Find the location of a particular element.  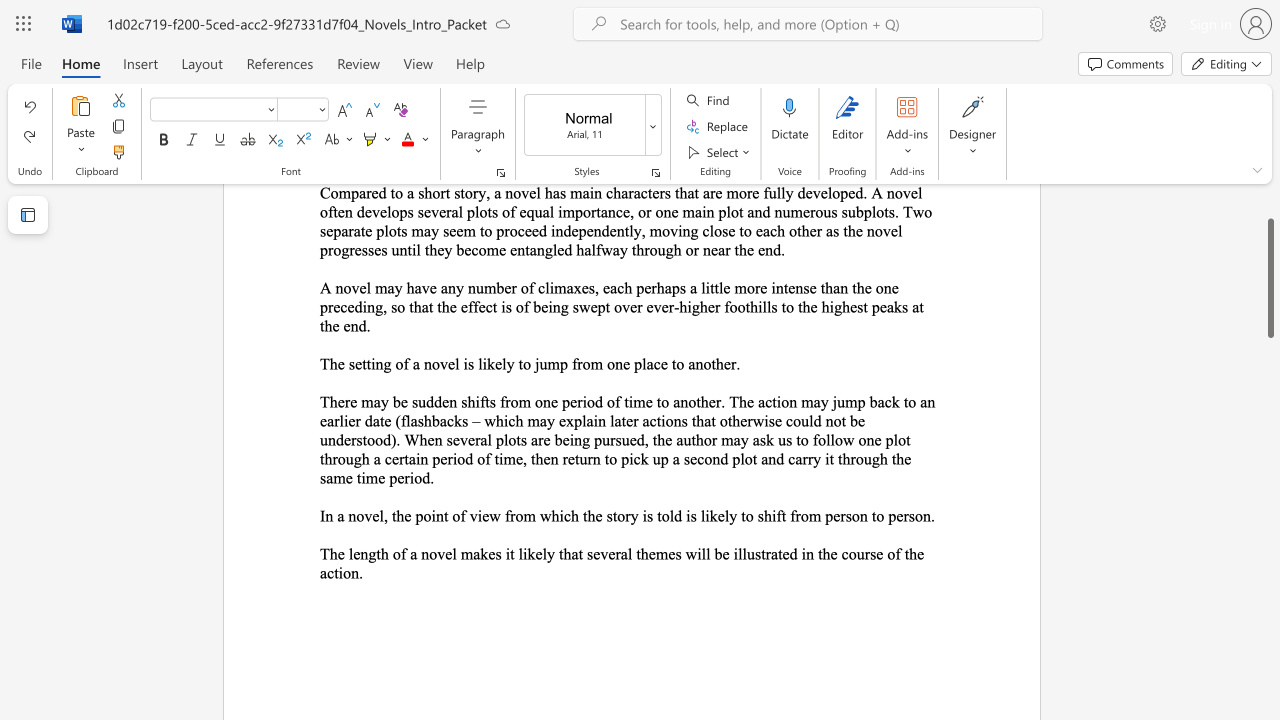

the subset text ", so that the effect is of being swept ove" within the text "A novel may have any number of climaxes, each perhaps a little more intense than the one preceding, so that the effect is of being swept over ever-higher foothills to the highest peaks at the end." is located at coordinates (383, 307).